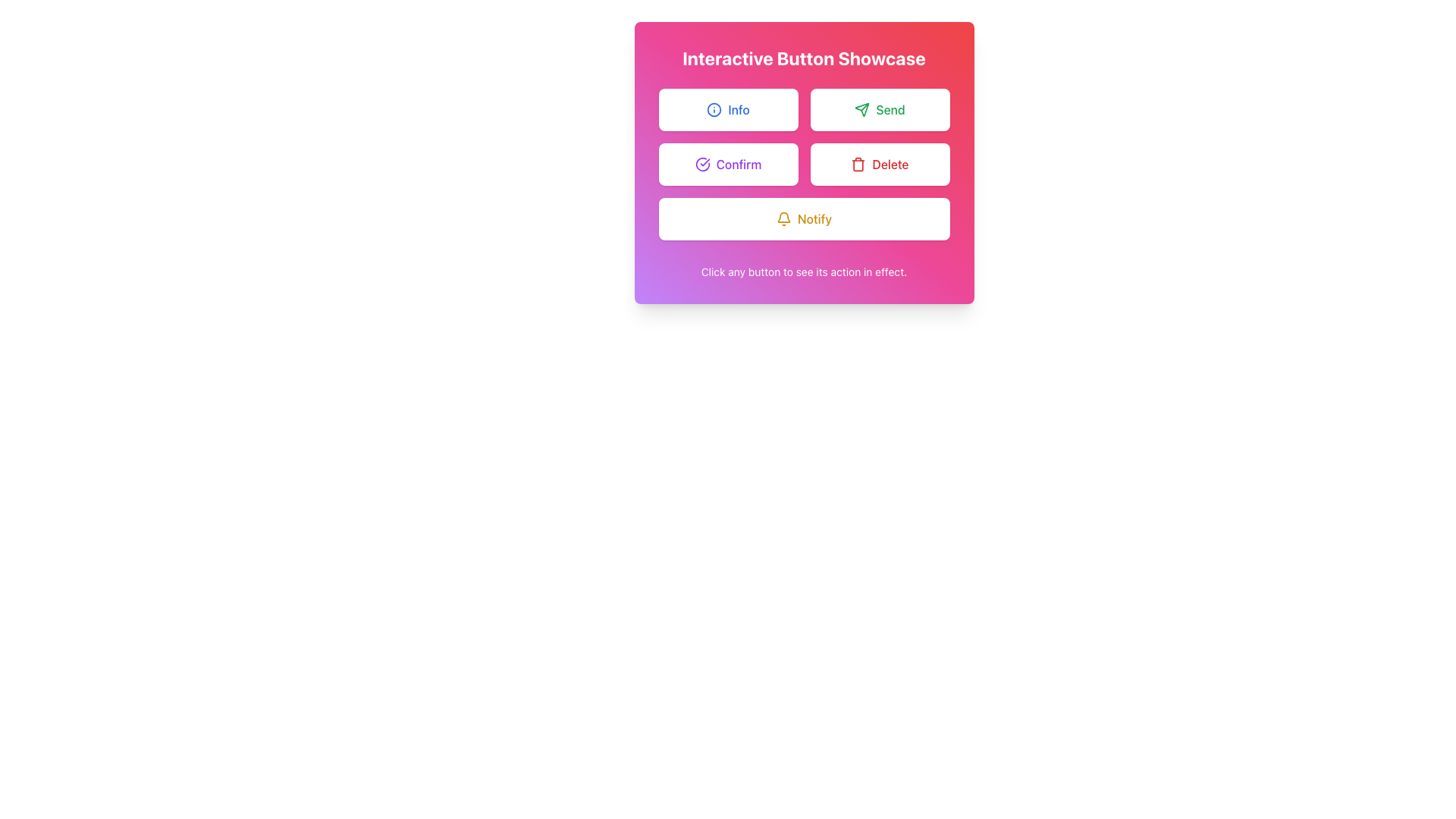 The width and height of the screenshot is (1456, 819). Describe the element at coordinates (862, 109) in the screenshot. I see `the send icon located in the top-right corner of the interactive button showcase panel to focus on the associated action of sending a message, email, or data` at that location.